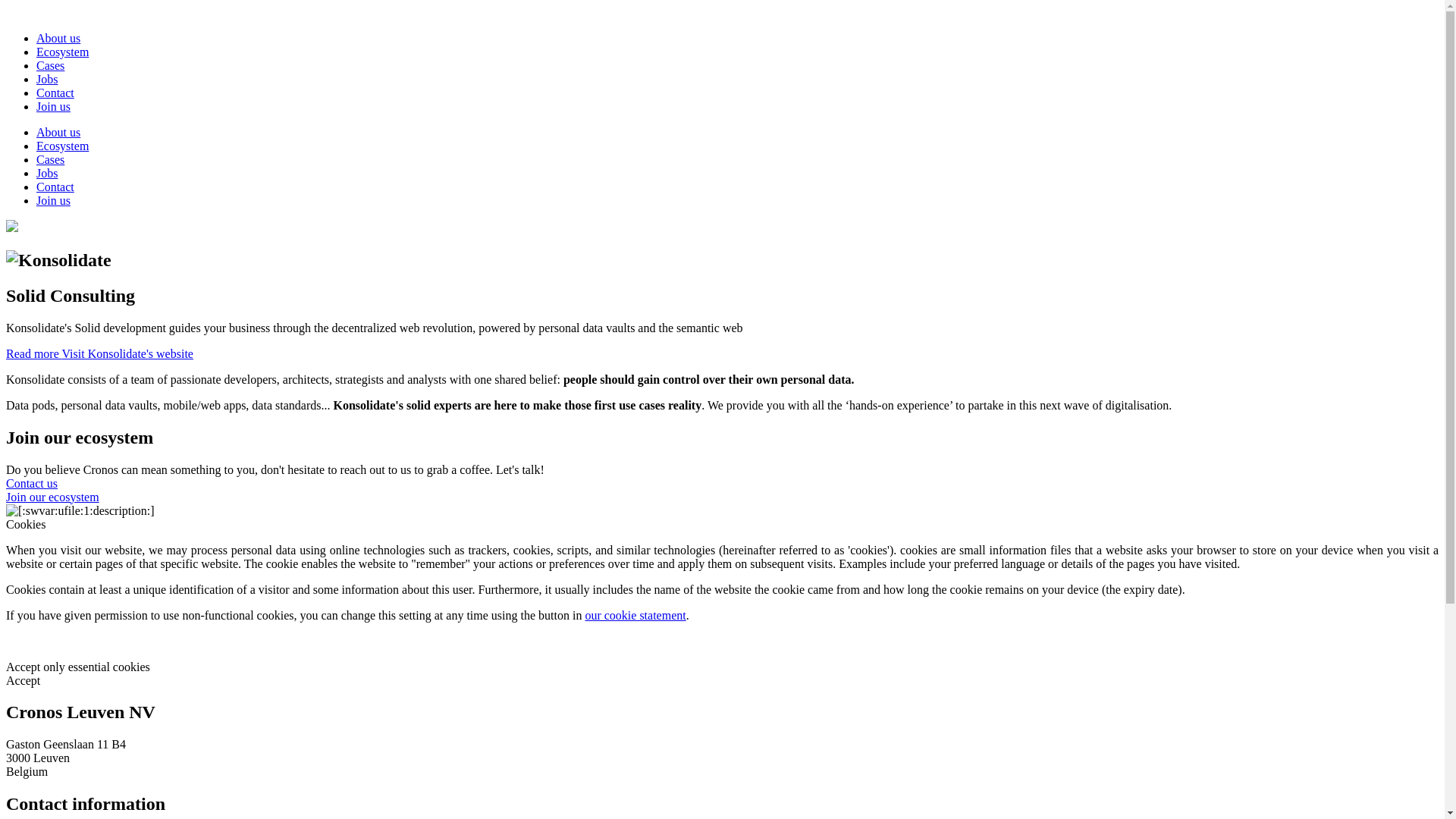  Describe the element at coordinates (36, 37) in the screenshot. I see `'About us'` at that location.